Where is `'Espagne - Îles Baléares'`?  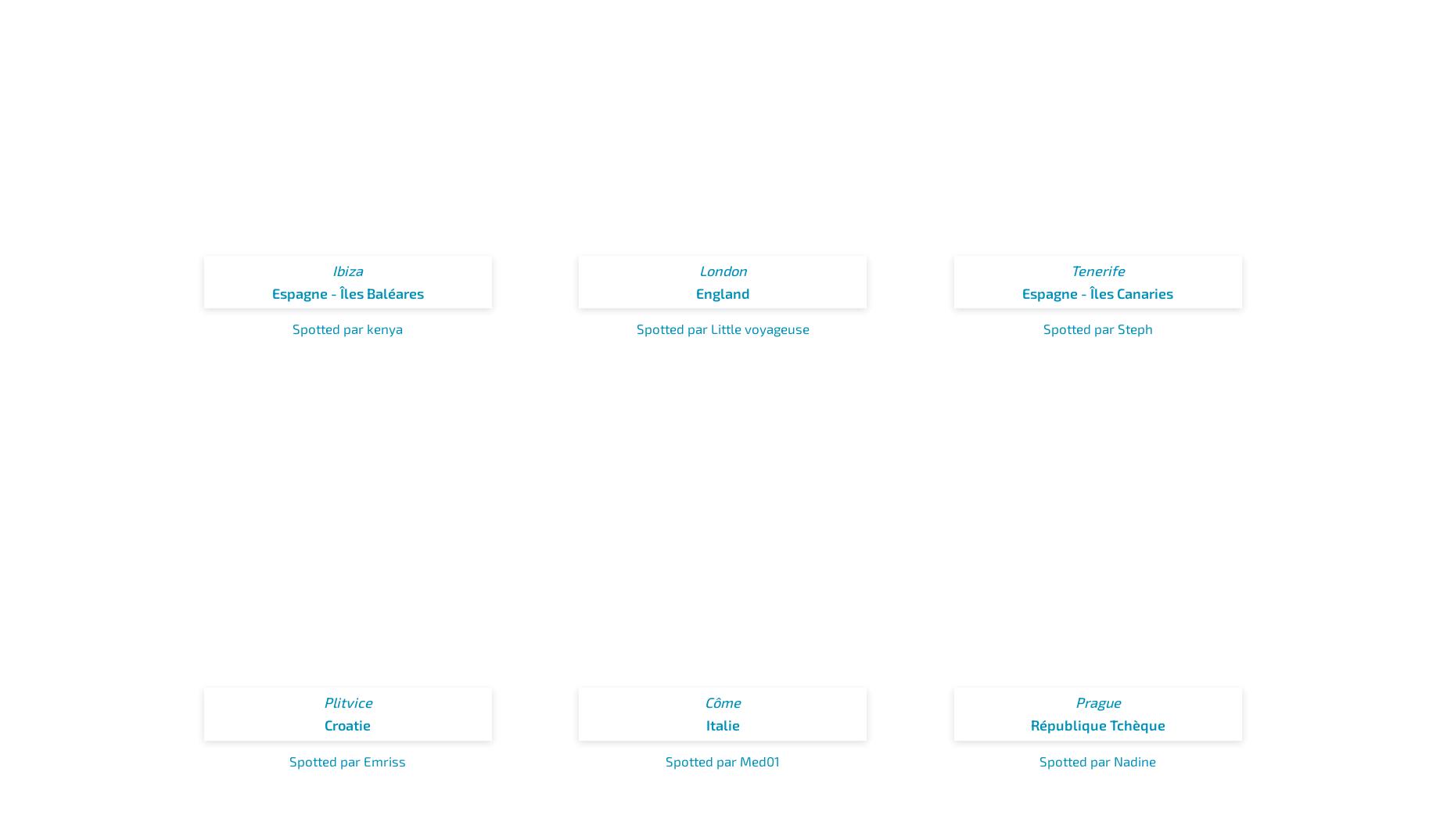
'Espagne - Îles Baléares' is located at coordinates (346, 291).